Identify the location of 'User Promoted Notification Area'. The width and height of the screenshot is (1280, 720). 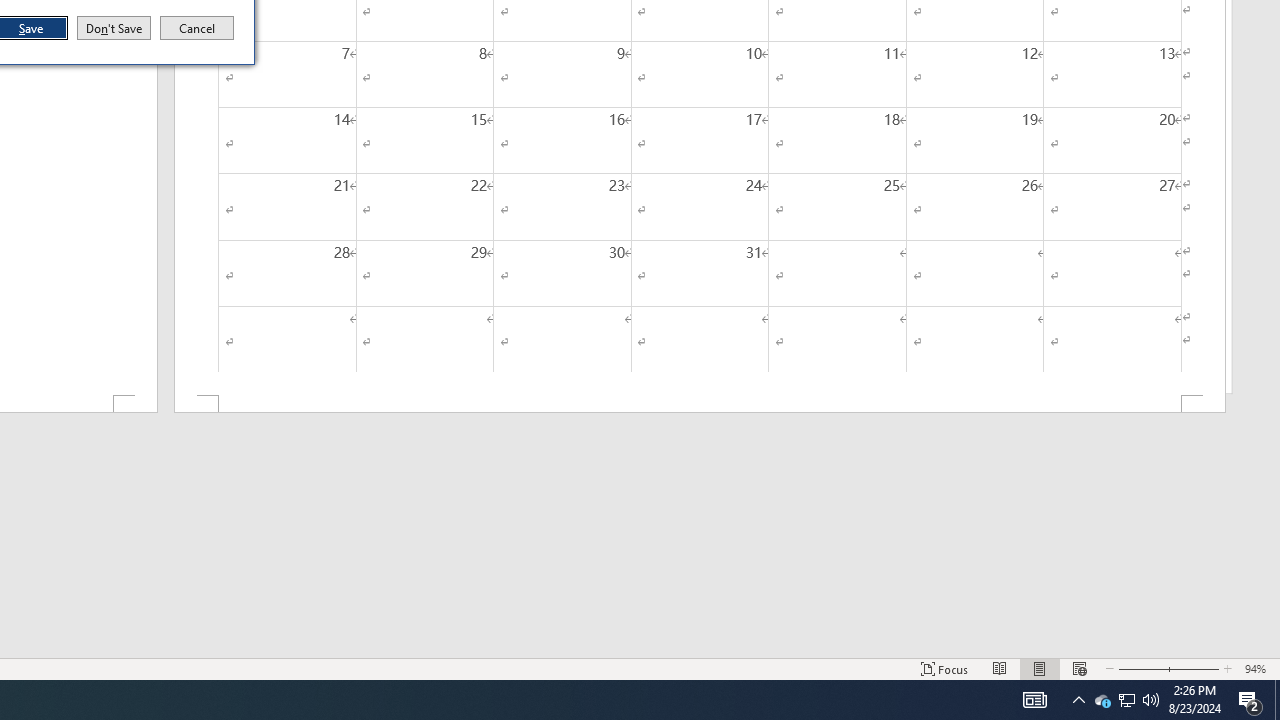
(1127, 698).